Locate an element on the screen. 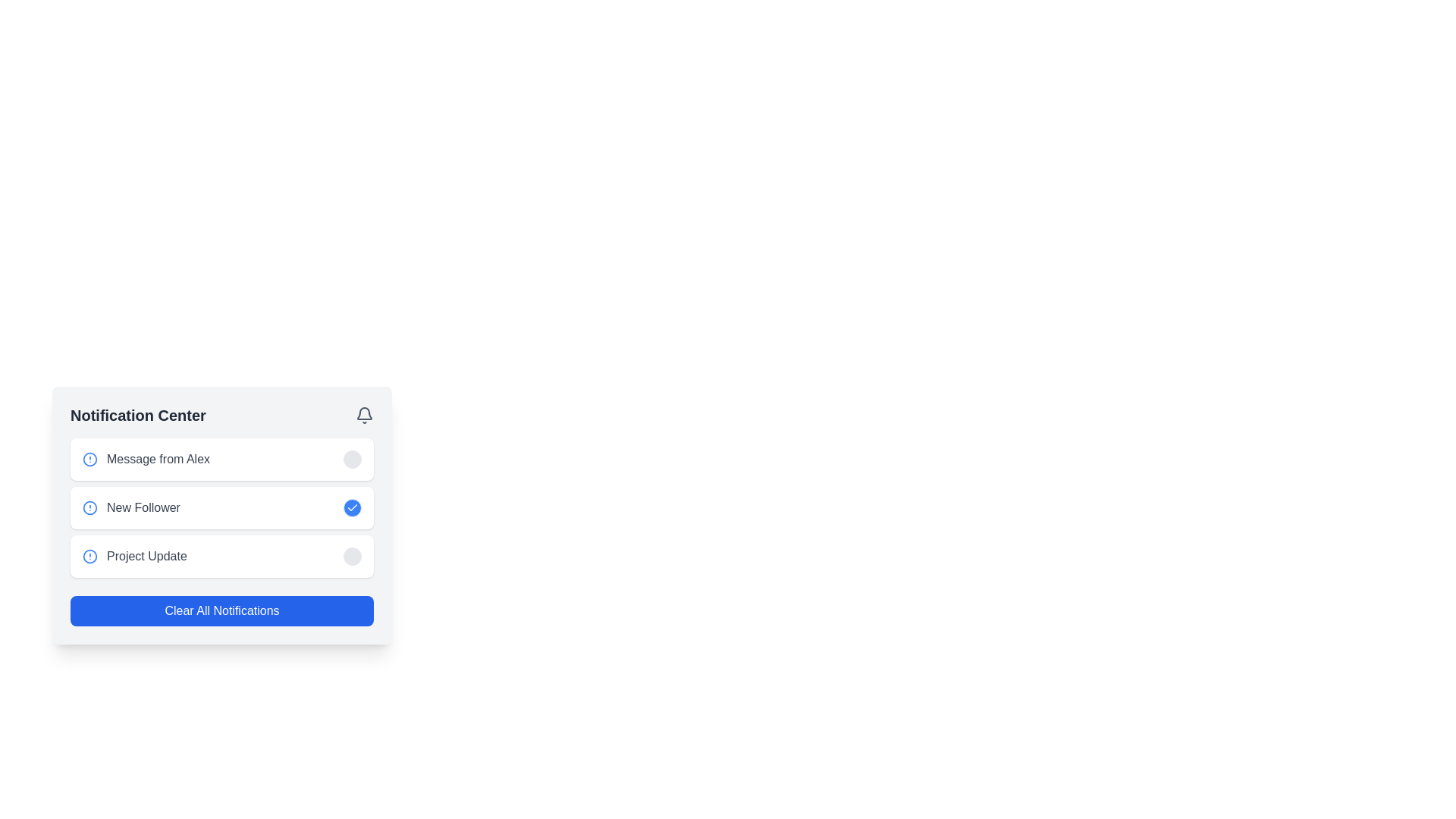  the Notification card that informs users of a message from Alex, located in the Notification Center above similar elements is located at coordinates (221, 458).